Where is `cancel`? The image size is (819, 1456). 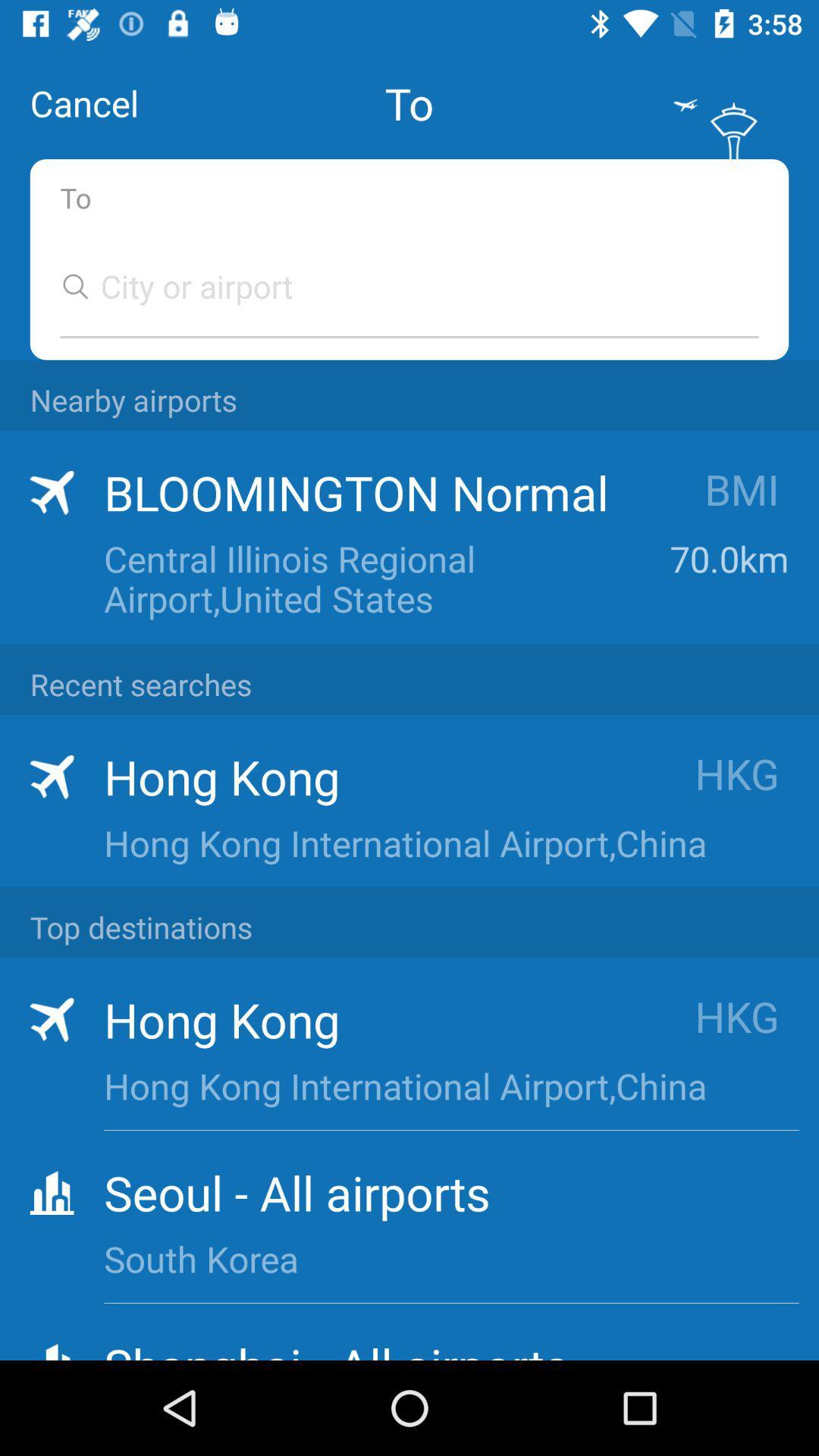
cancel is located at coordinates (84, 102).